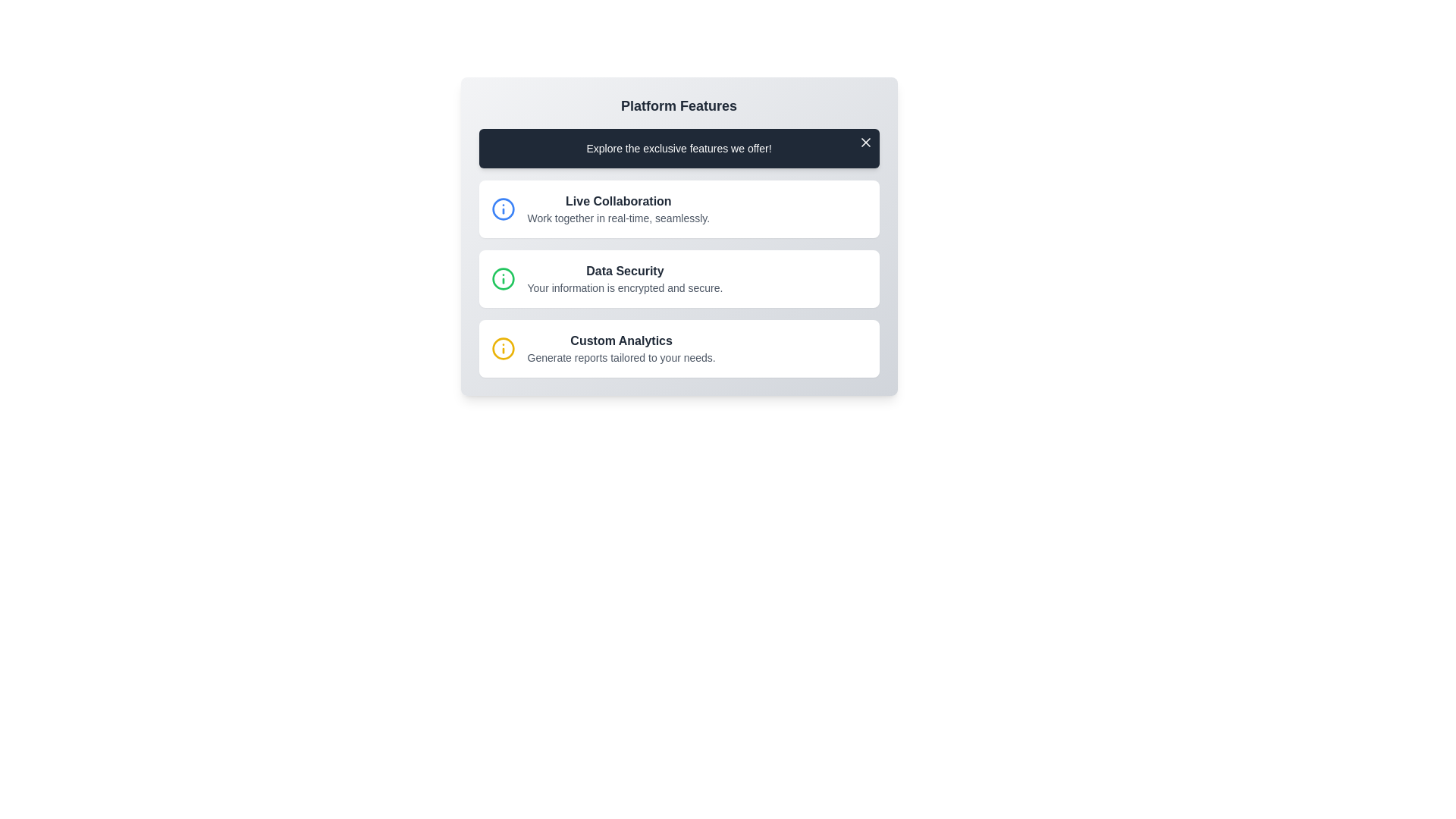 This screenshot has width=1456, height=819. Describe the element at coordinates (865, 143) in the screenshot. I see `the close button icon located in the top-right corner of the header section, which dismisses the modal containing the text 'Explore the exclusive features we offer!'` at that location.